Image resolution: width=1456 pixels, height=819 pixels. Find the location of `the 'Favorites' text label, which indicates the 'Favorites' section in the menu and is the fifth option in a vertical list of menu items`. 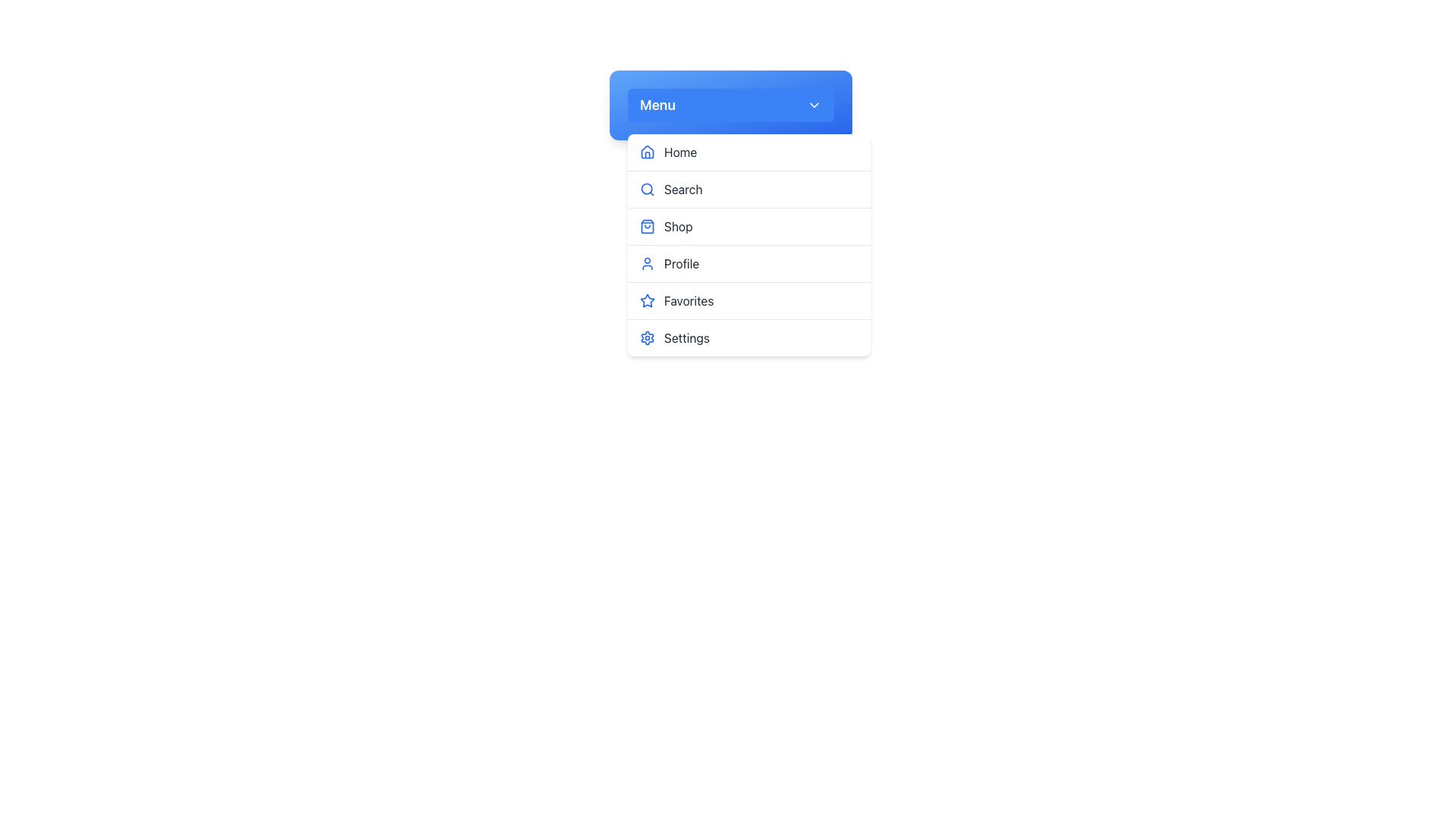

the 'Favorites' text label, which indicates the 'Favorites' section in the menu and is the fifth option in a vertical list of menu items is located at coordinates (688, 301).